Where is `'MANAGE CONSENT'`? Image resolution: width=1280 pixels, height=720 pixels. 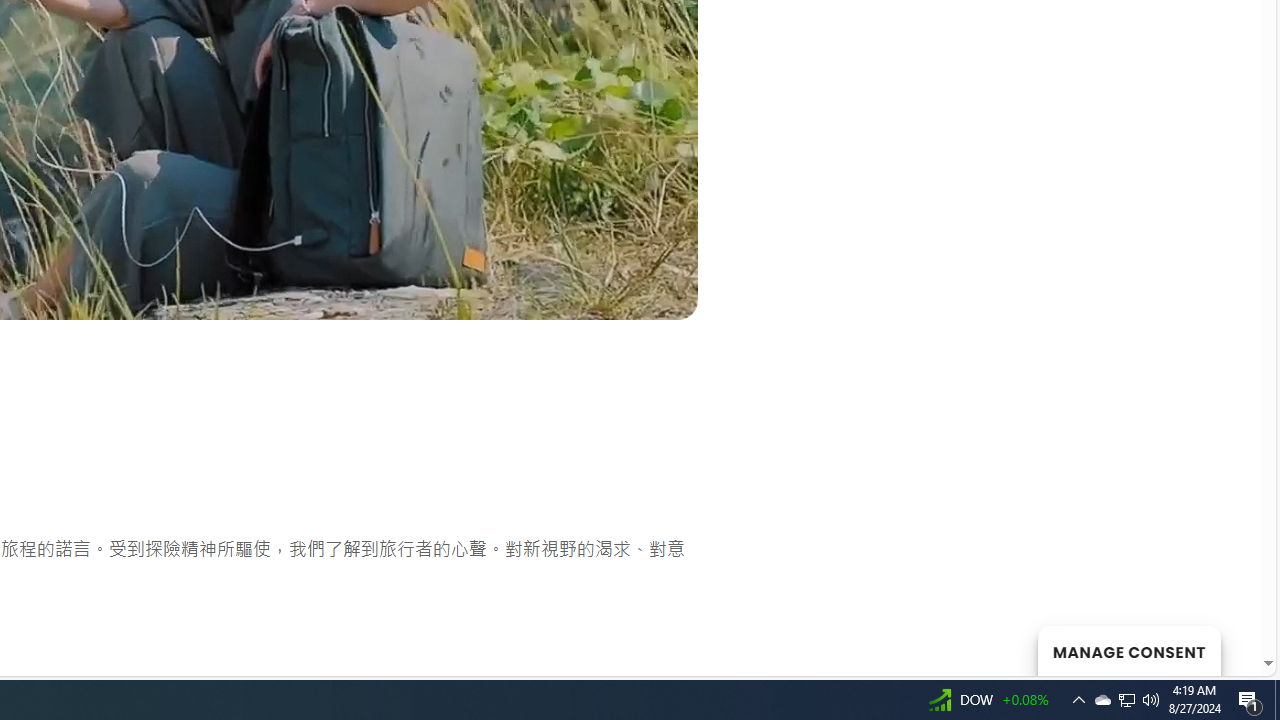 'MANAGE CONSENT' is located at coordinates (1128, 650).